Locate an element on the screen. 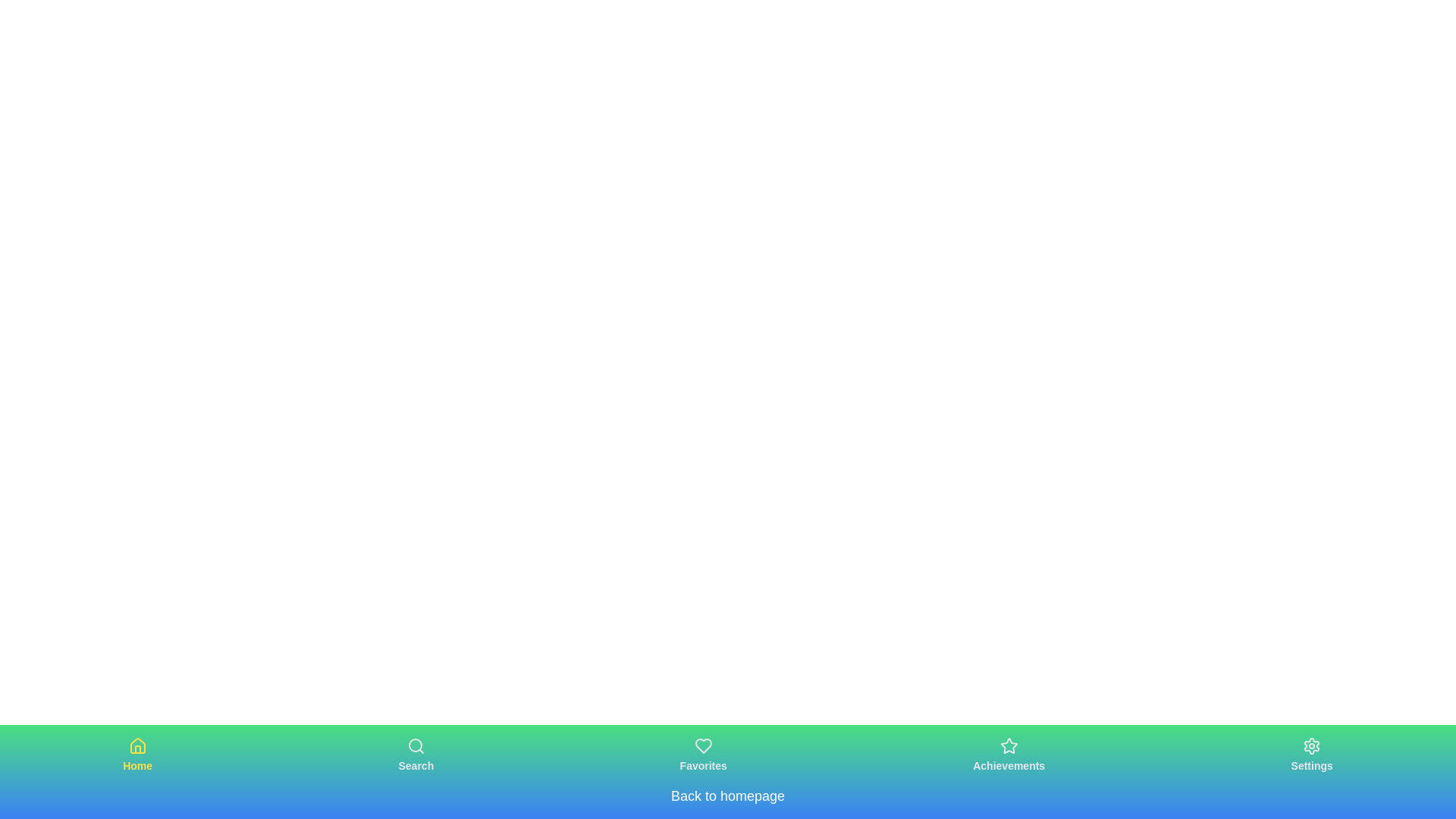 This screenshot has width=1456, height=819. the Search navigation button is located at coordinates (416, 755).